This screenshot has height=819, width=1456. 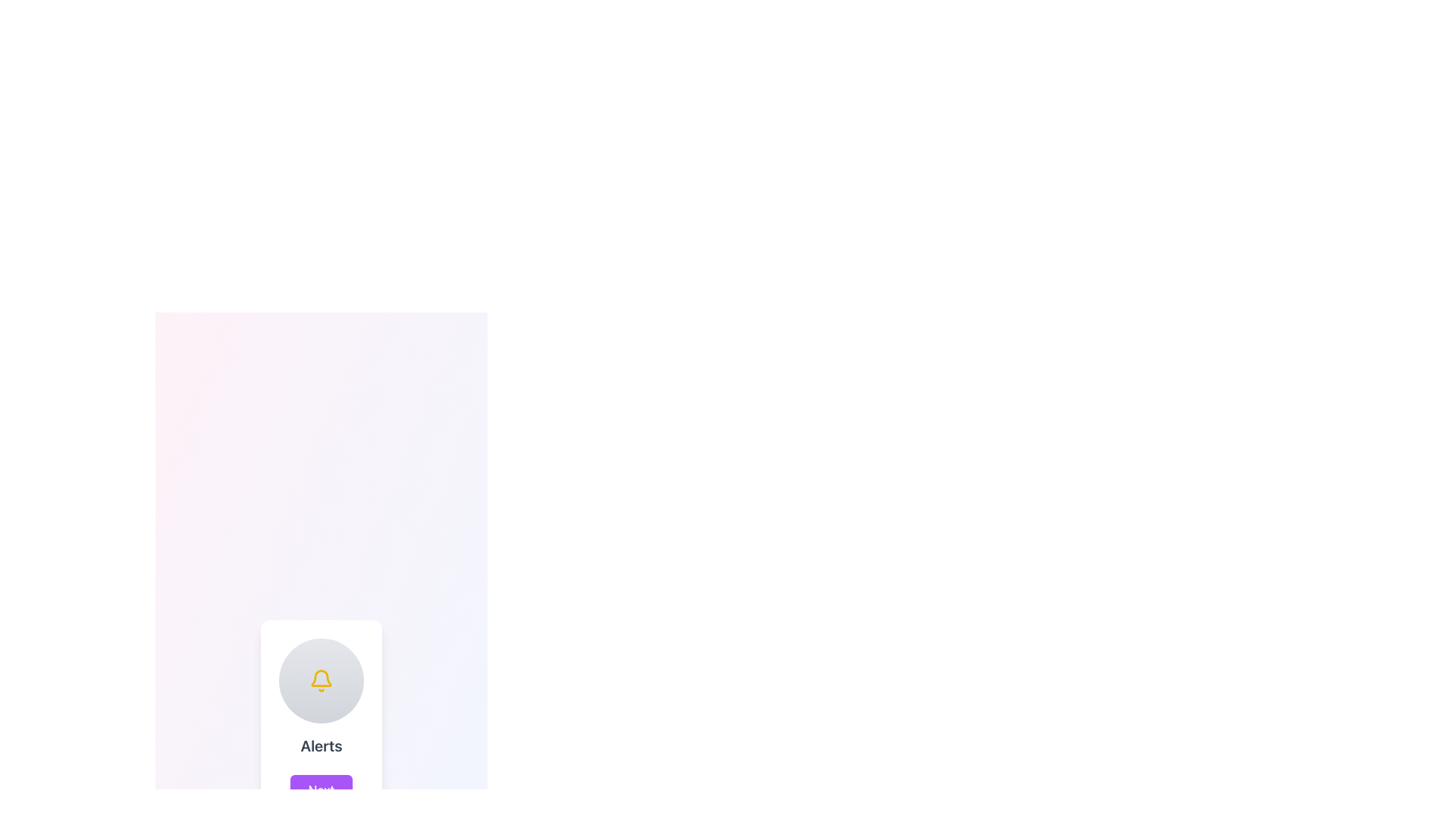 What do you see at coordinates (320, 680) in the screenshot?
I see `the bell icon that serves as a visual indicator of notifications or alerts, which is centrally positioned within a white rectangular card labeled 'Alerts'` at bounding box center [320, 680].